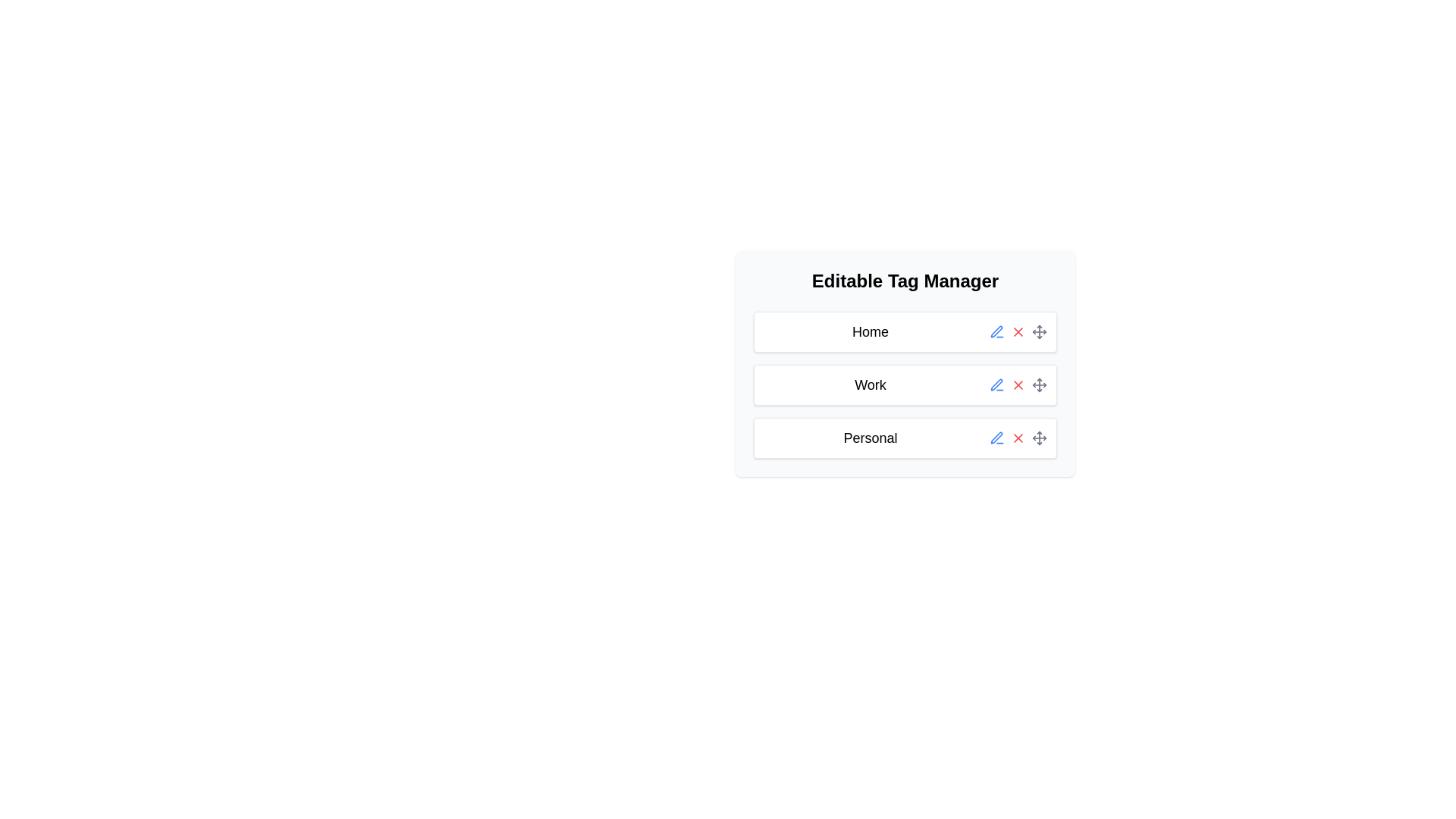 The image size is (1456, 819). Describe the element at coordinates (905, 331) in the screenshot. I see `the 'Home' card` at that location.